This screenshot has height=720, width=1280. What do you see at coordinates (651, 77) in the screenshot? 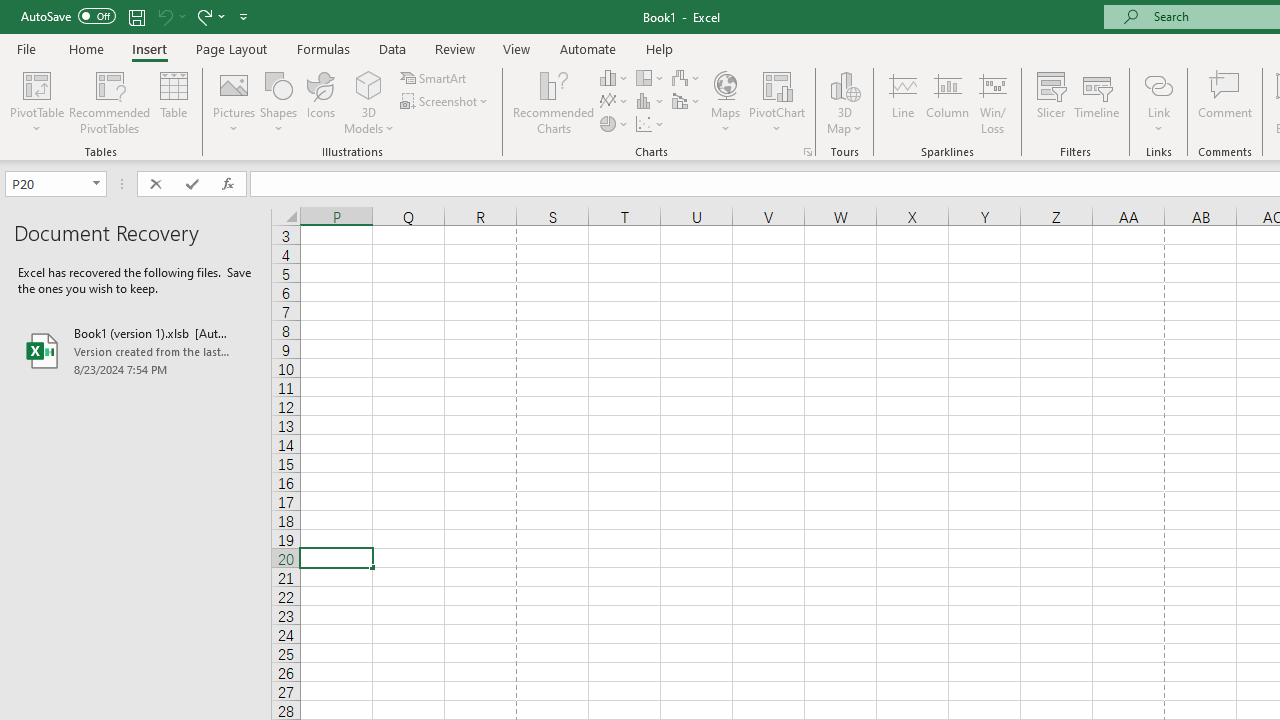
I see `'Insert Hierarchy Chart'` at bounding box center [651, 77].